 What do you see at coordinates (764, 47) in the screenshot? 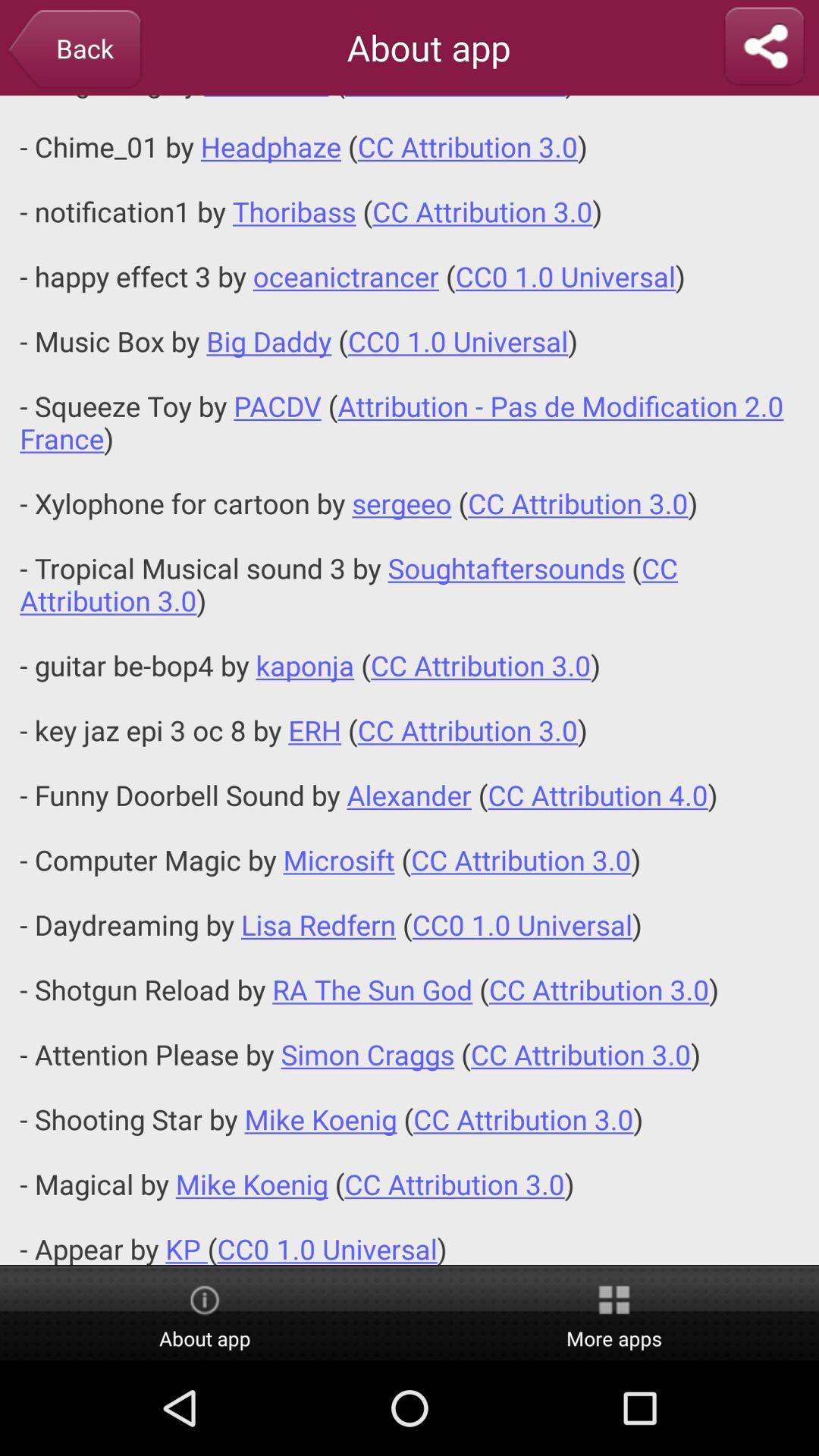
I see `share app` at bounding box center [764, 47].